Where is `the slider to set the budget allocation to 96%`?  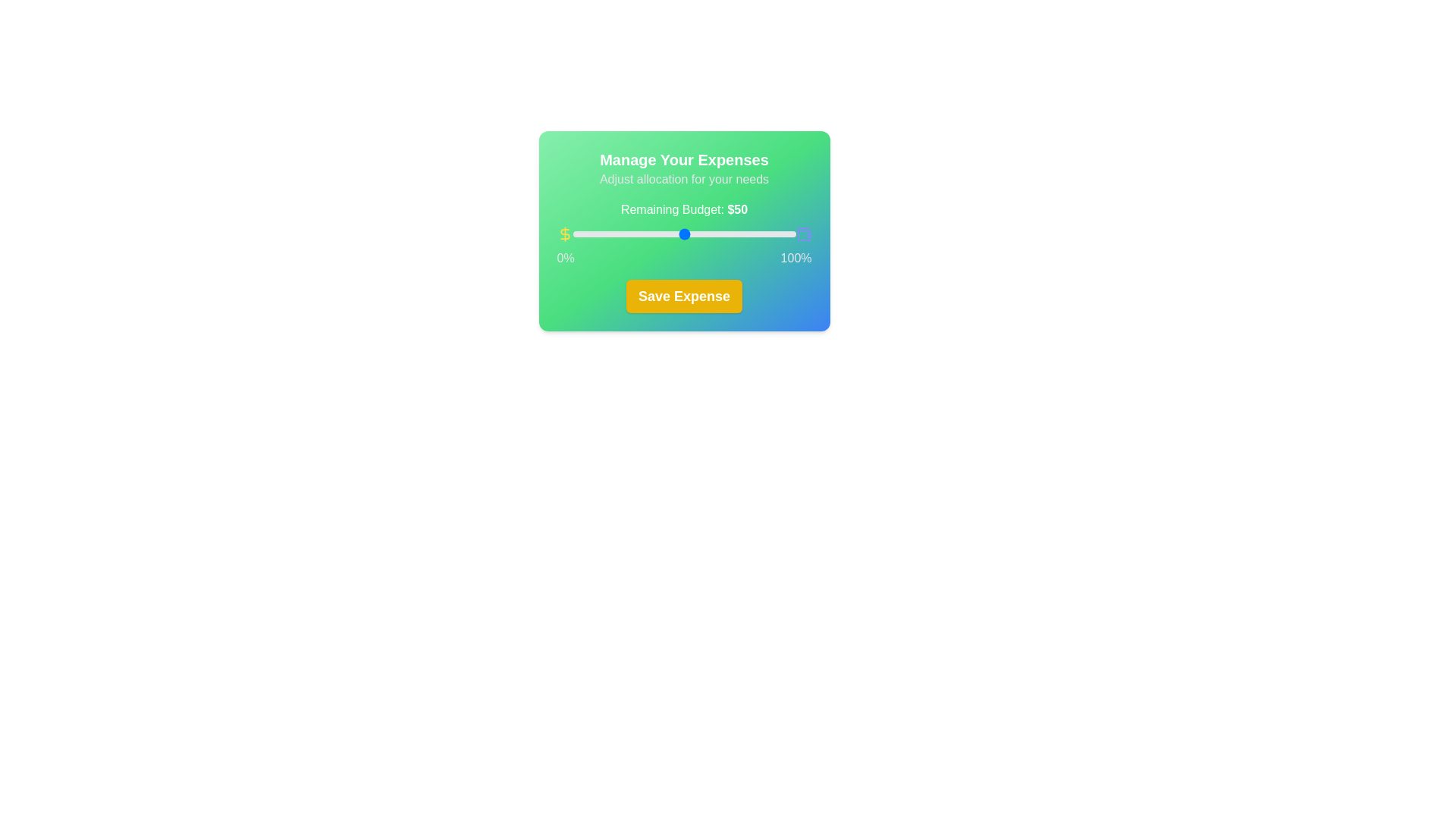 the slider to set the budget allocation to 96% is located at coordinates (786, 234).